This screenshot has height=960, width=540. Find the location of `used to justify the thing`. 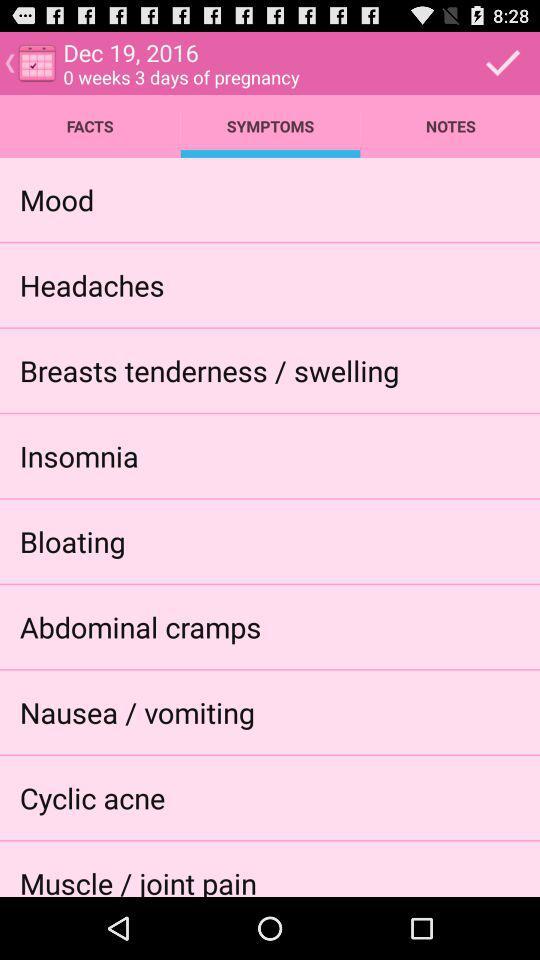

used to justify the thing is located at coordinates (502, 62).